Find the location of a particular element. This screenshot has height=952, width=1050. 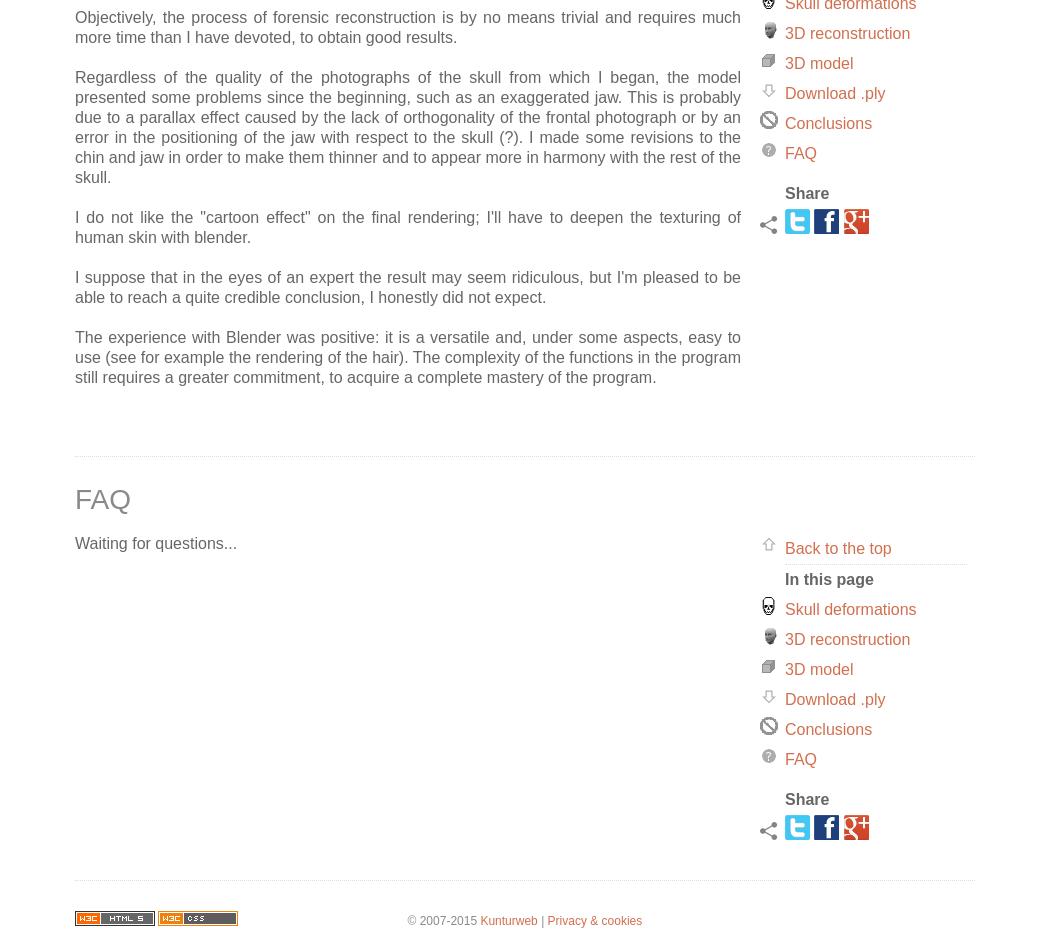

'Privacy & cookies' is located at coordinates (593, 920).